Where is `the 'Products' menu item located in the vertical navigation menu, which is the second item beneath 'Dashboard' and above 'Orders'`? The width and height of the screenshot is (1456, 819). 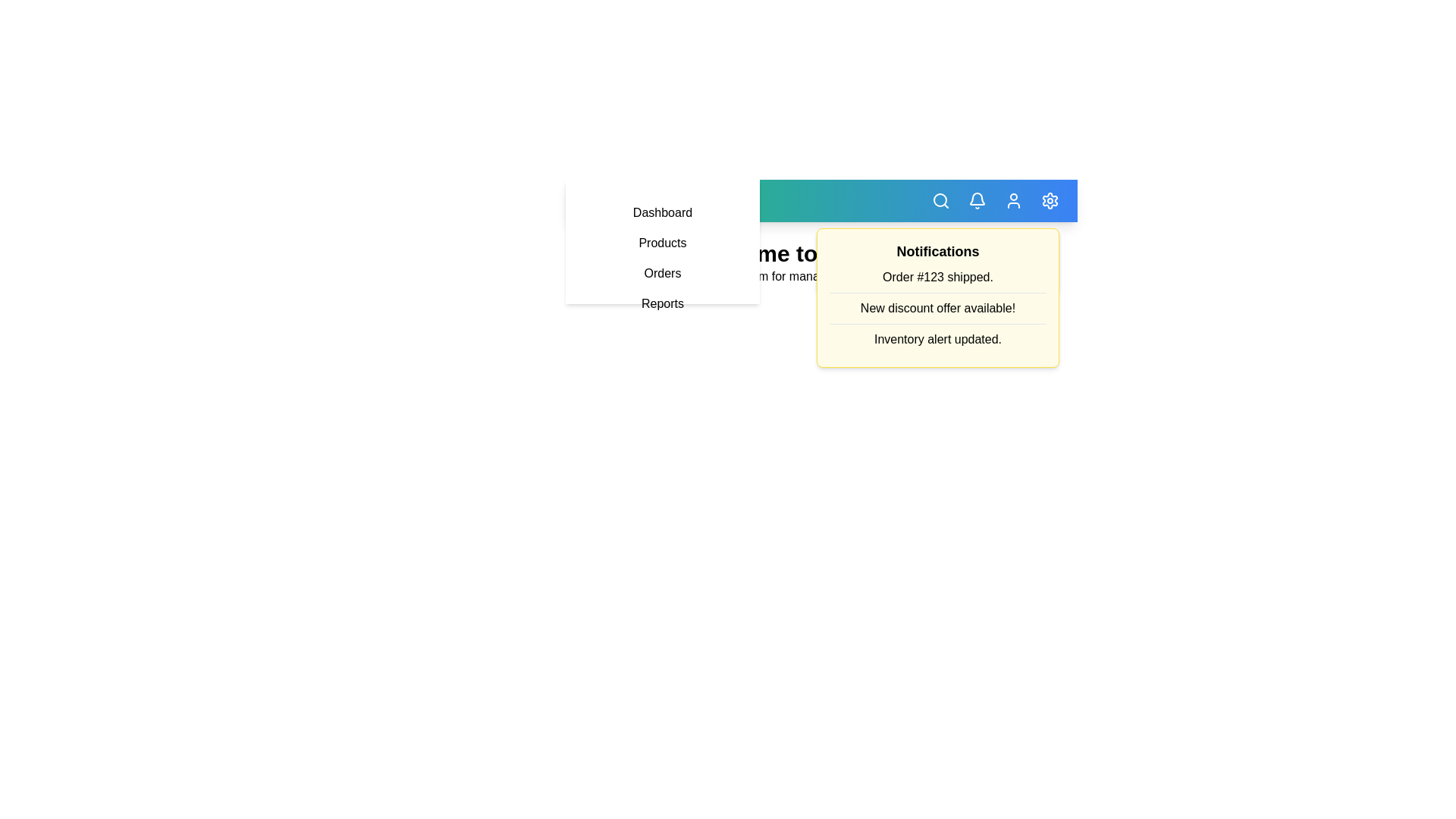
the 'Products' menu item located in the vertical navigation menu, which is the second item beneath 'Dashboard' and above 'Orders' is located at coordinates (662, 241).